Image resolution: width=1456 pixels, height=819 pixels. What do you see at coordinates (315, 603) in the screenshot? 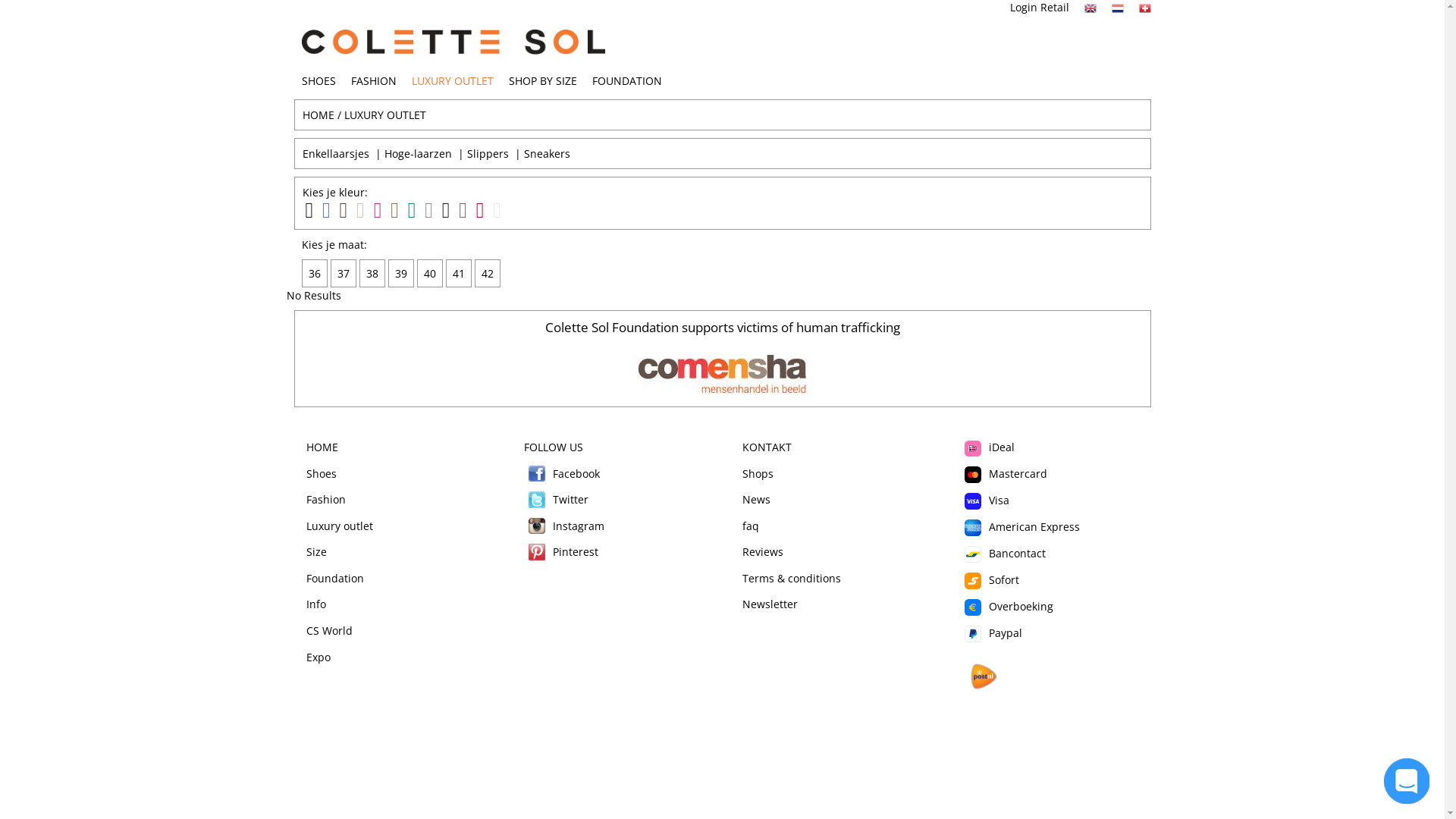
I see `'Info'` at bounding box center [315, 603].